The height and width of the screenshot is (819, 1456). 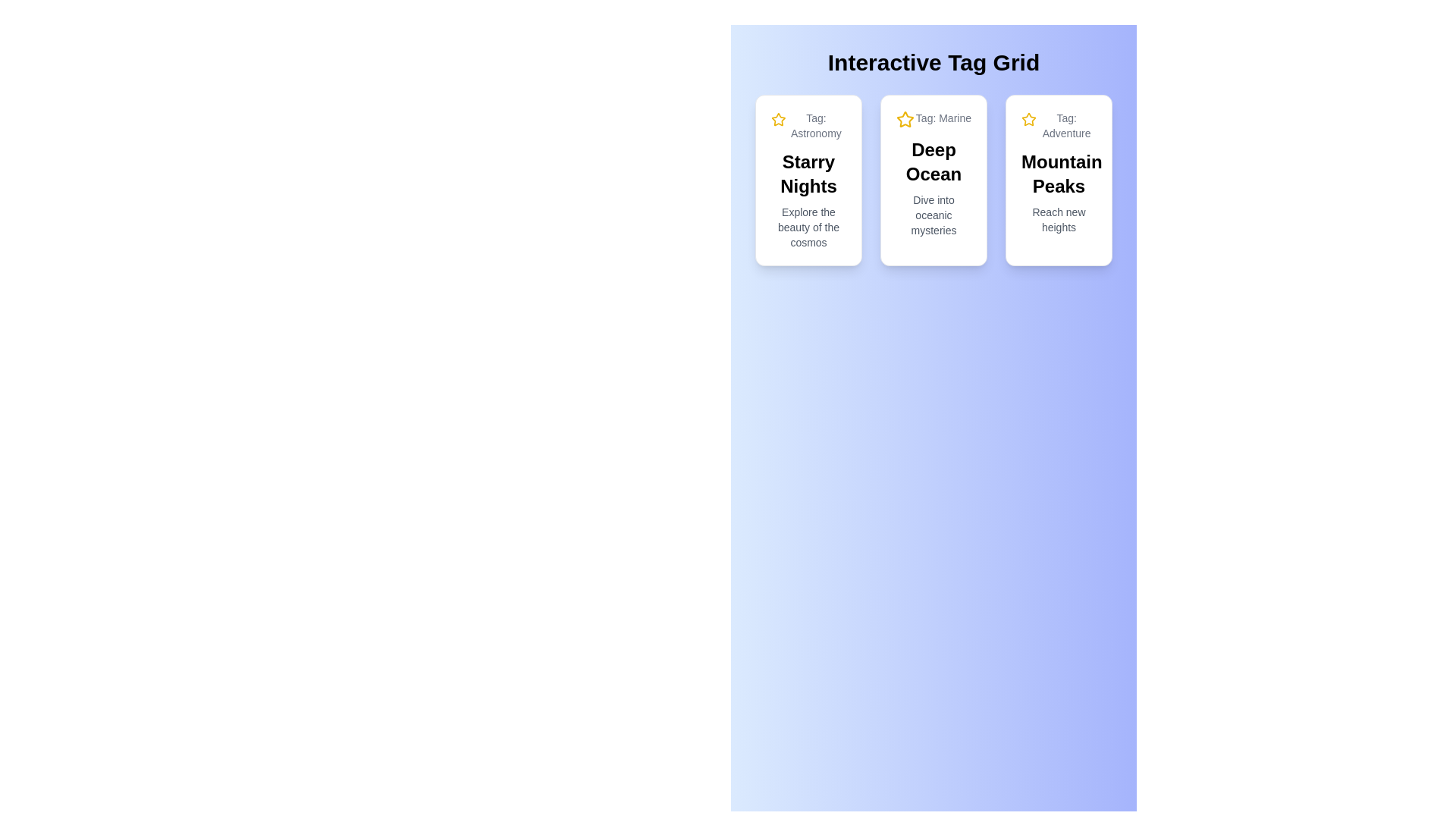 I want to click on message displayed in the text component that says 'Explore the beauty of the cosmos', which is located below the heading 'Starry Nights' in the astronomy card, so click(x=808, y=227).